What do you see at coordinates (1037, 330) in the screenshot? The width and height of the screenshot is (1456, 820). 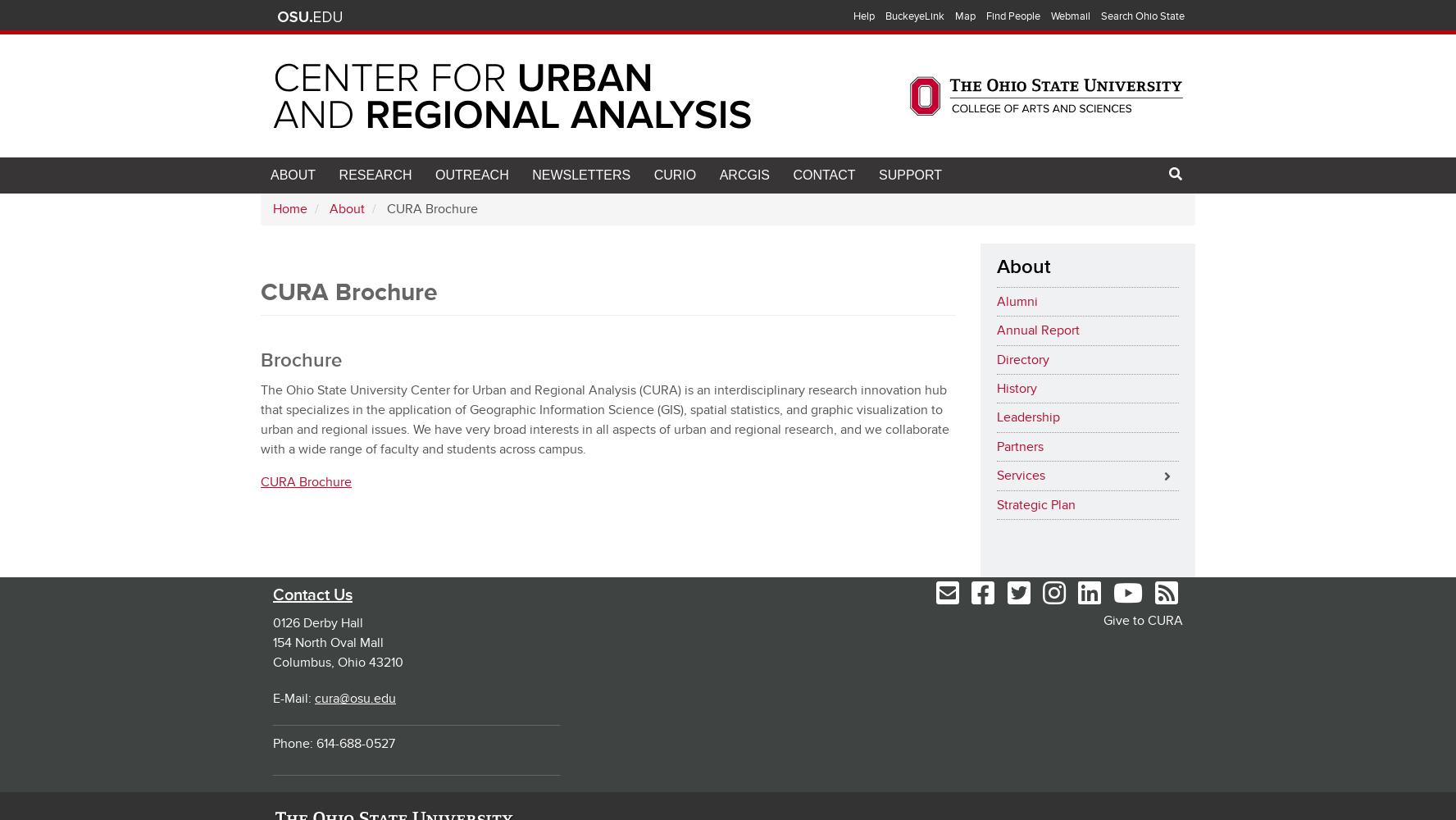 I see `'Annual Report'` at bounding box center [1037, 330].